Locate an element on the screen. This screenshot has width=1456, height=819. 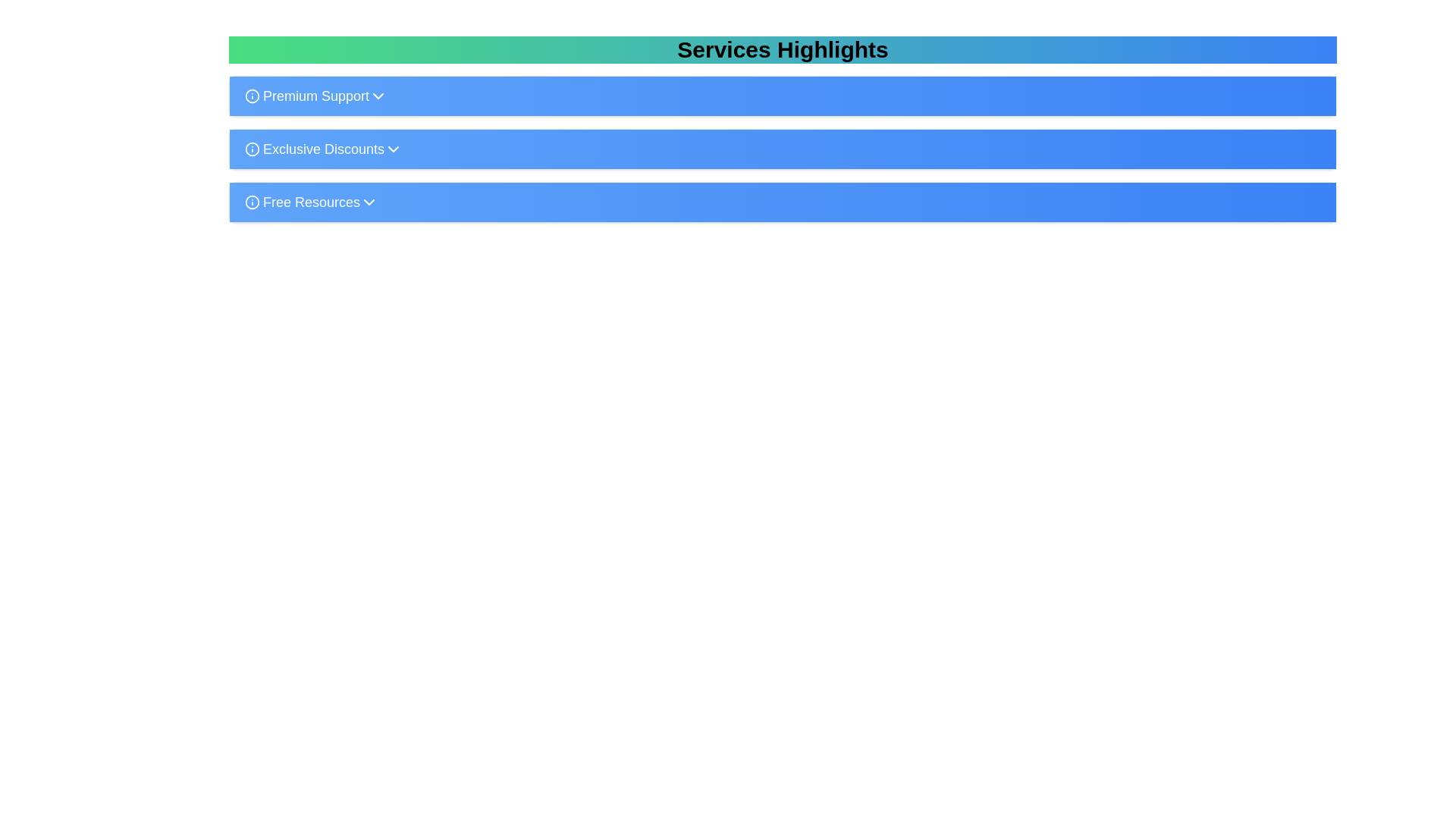
the downward chevron icon, which is outlined in black and positioned at the far right of the 'Premium Support' button is located at coordinates (378, 96).